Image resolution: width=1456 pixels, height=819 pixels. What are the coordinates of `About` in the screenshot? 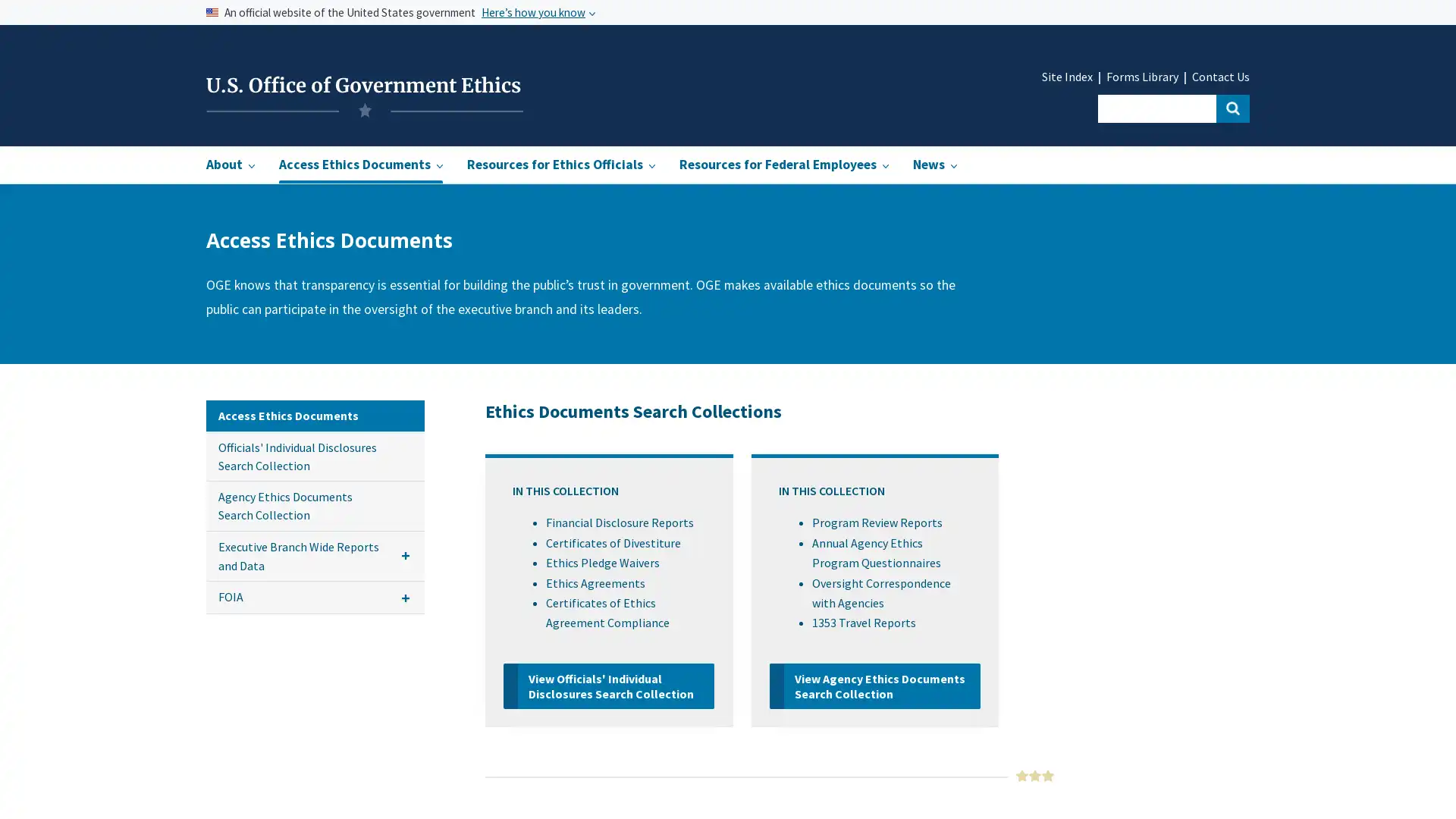 It's located at (229, 164).